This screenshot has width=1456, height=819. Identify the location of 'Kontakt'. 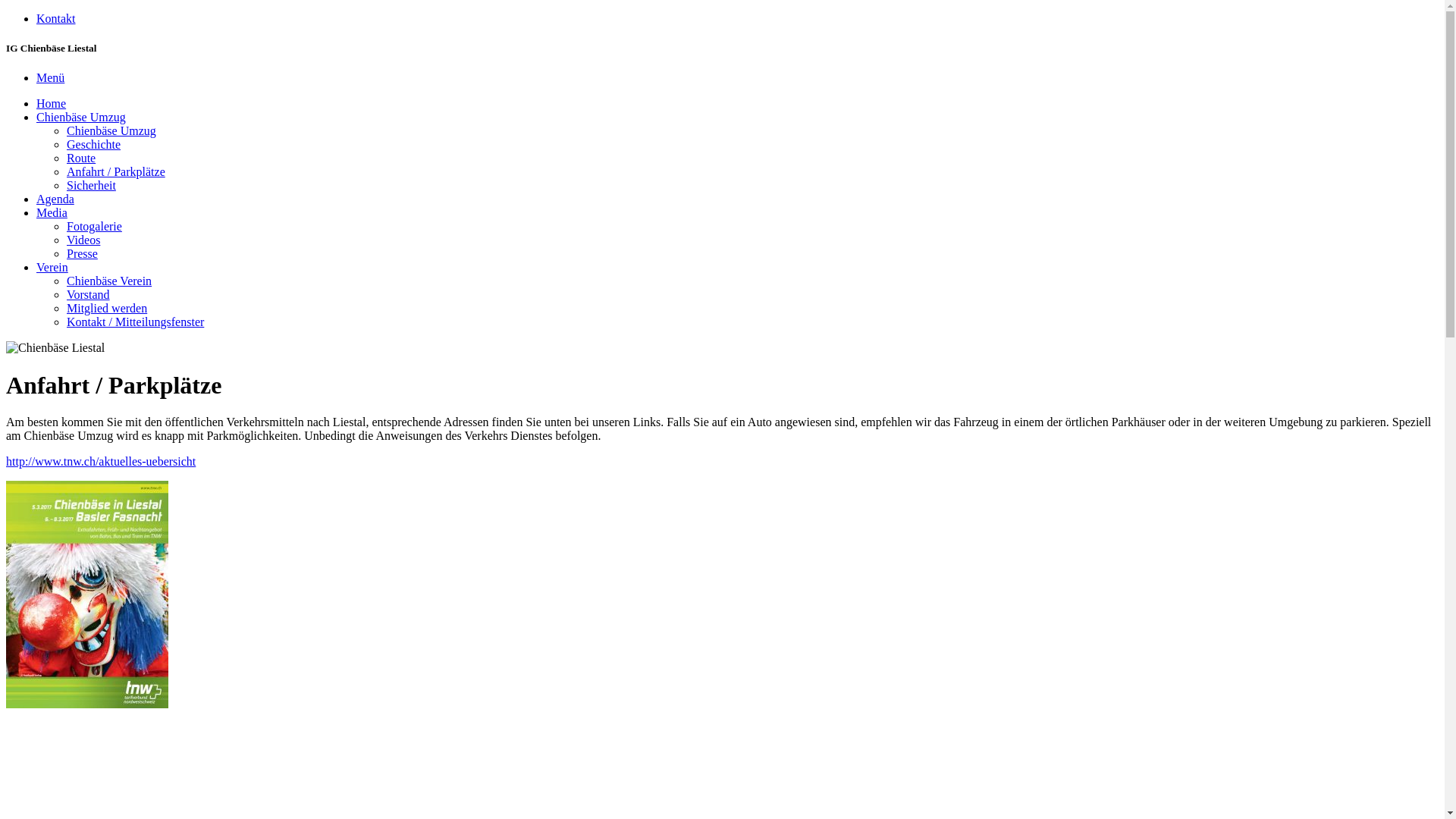
(55, 18).